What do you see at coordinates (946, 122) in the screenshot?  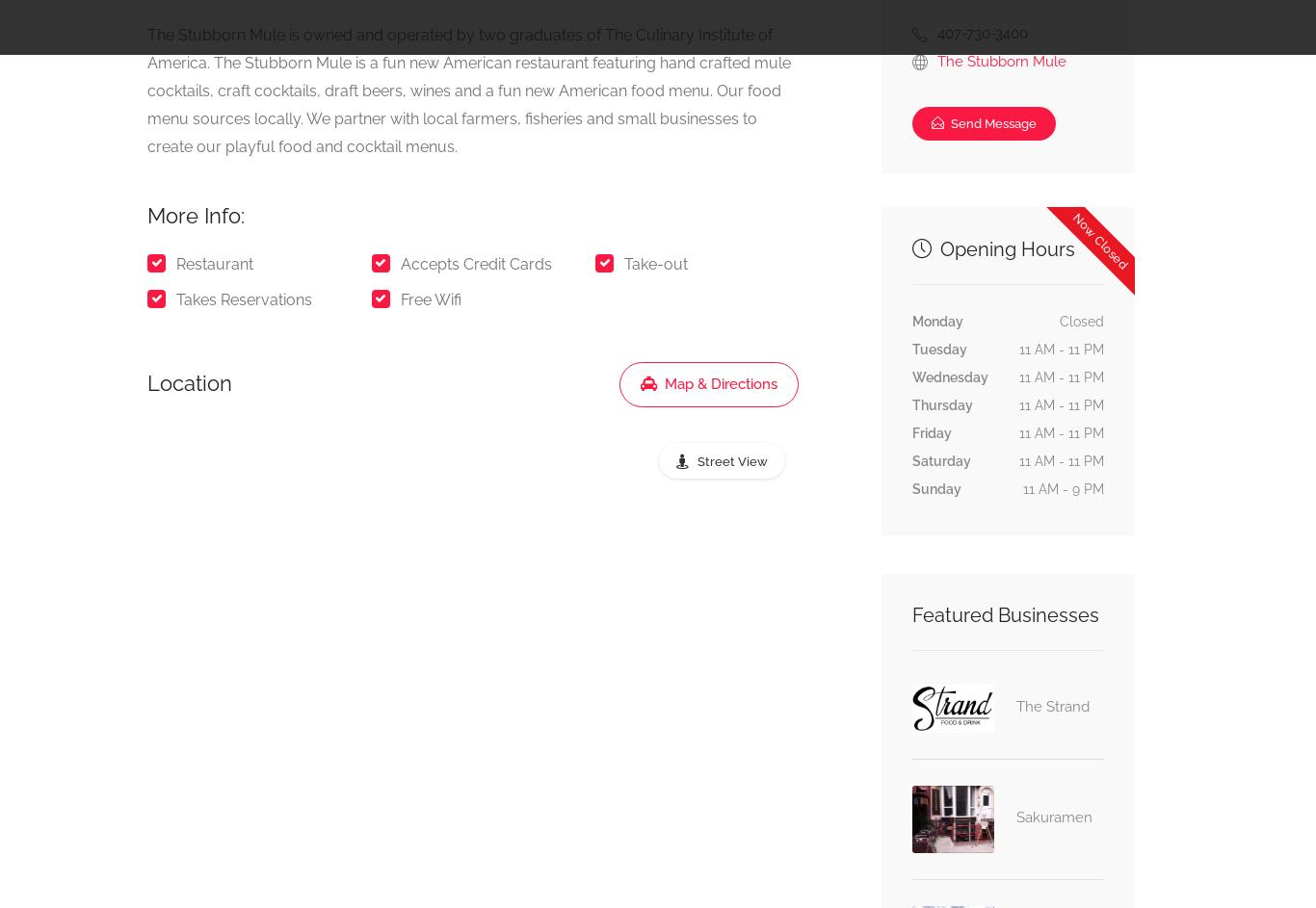 I see `'Send Message'` at bounding box center [946, 122].